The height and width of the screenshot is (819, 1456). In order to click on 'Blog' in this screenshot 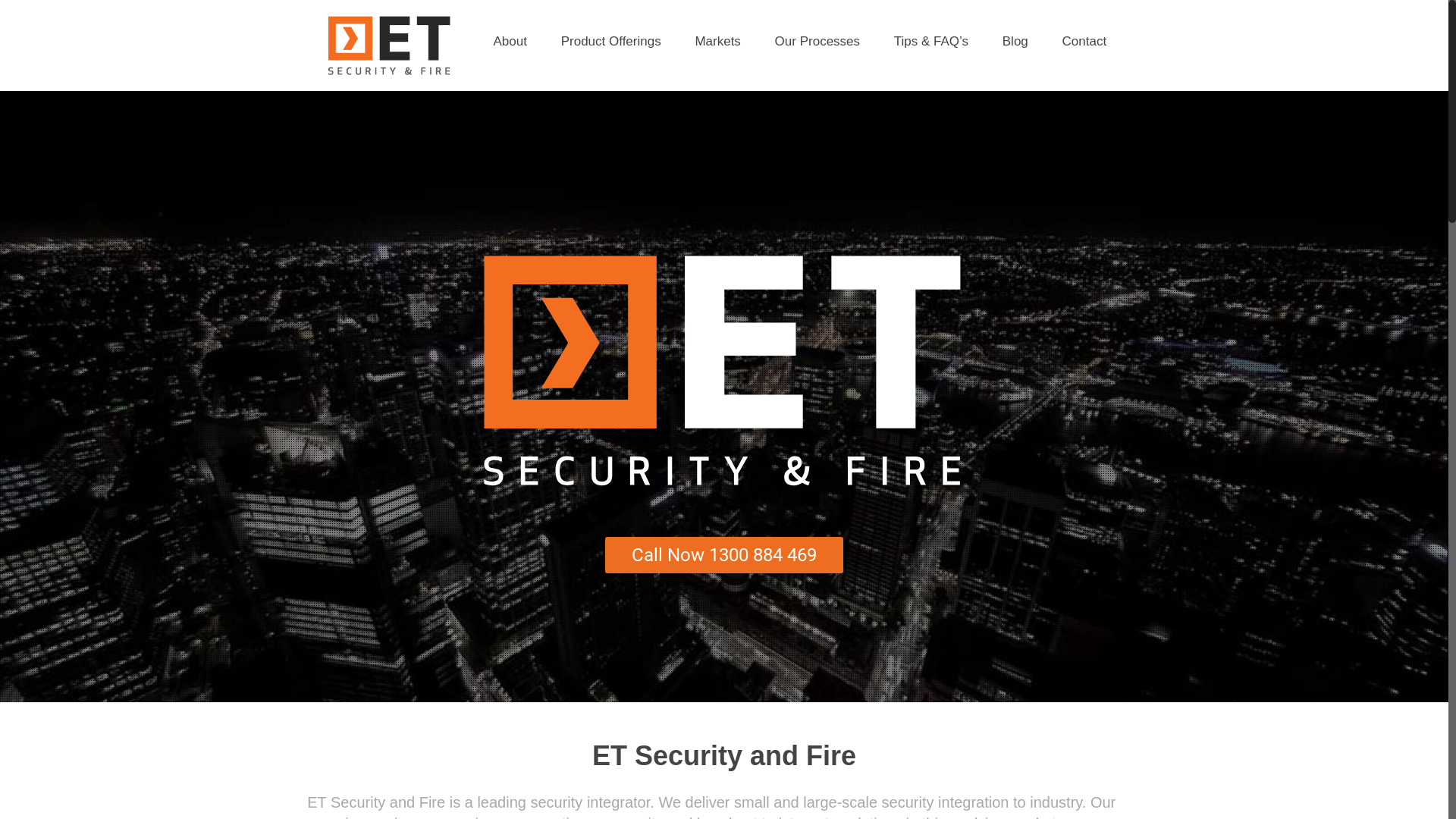, I will do `click(1015, 40)`.